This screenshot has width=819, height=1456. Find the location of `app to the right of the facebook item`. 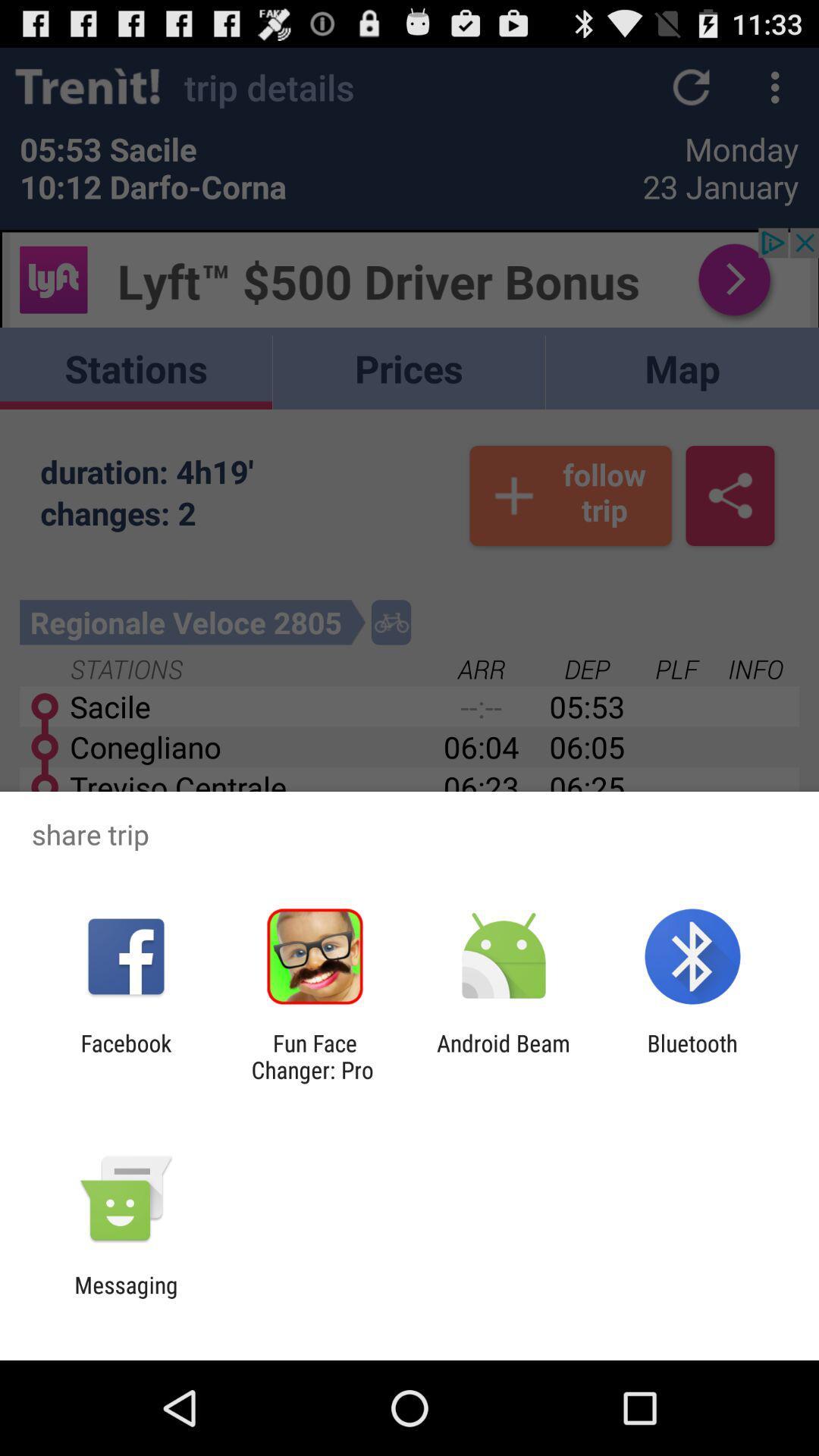

app to the right of the facebook item is located at coordinates (314, 1056).